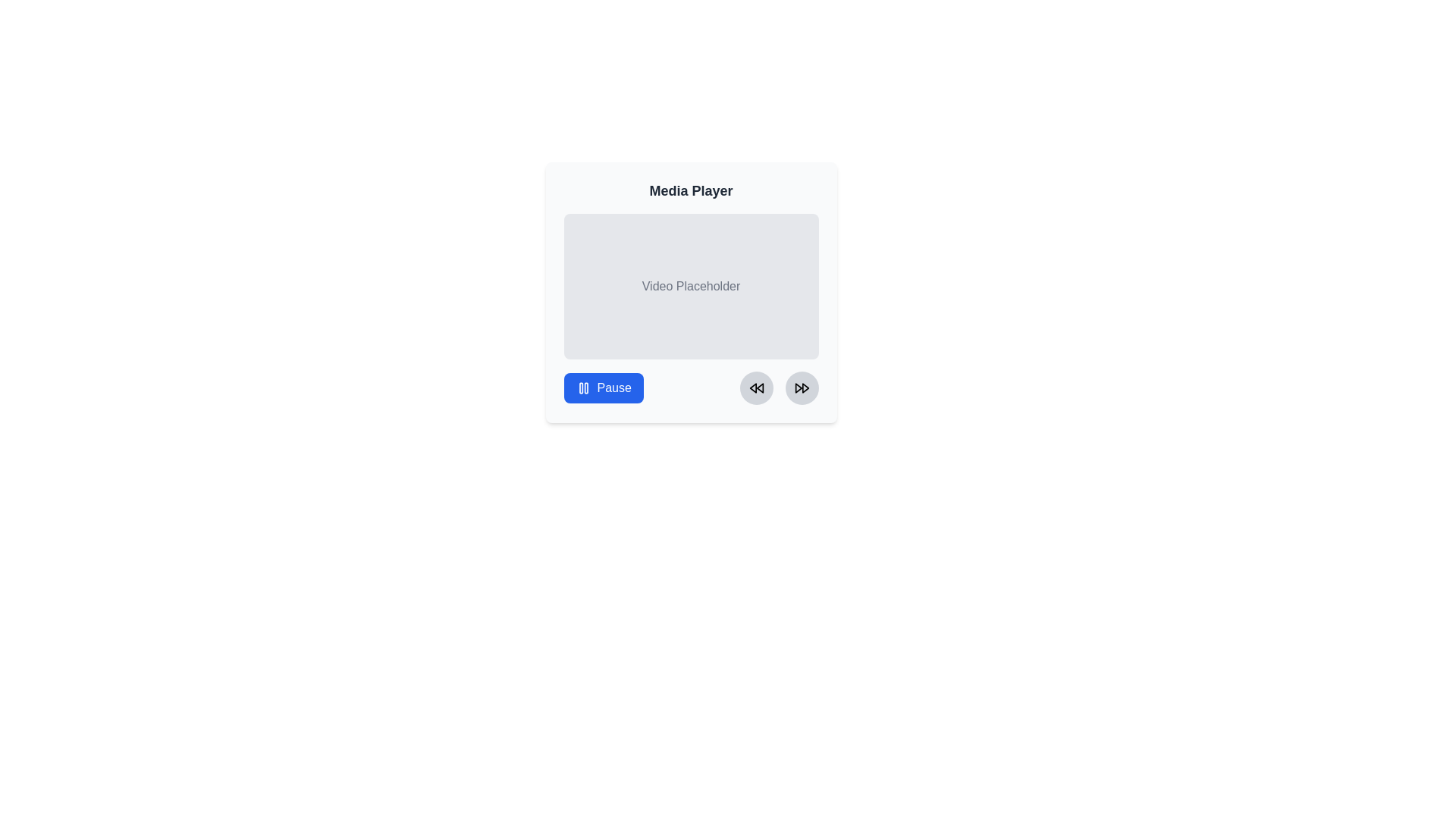  Describe the element at coordinates (582, 388) in the screenshot. I see `the pause icon, which is represented by two vertical bars within a blue square, located in the bottom-left corner of the media player interface alongside the 'Pause' text` at that location.